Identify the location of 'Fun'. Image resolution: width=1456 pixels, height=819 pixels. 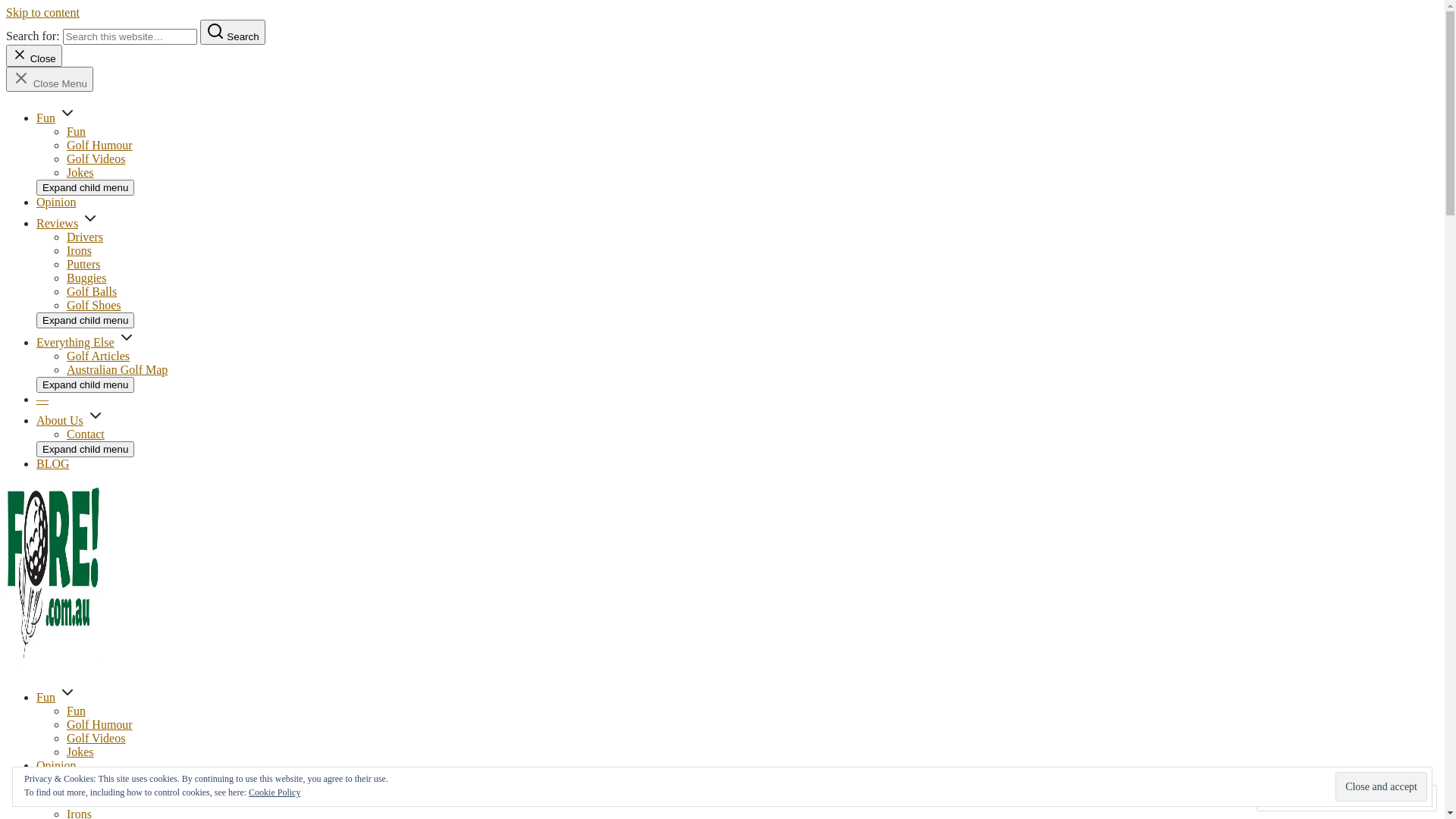
(75, 711).